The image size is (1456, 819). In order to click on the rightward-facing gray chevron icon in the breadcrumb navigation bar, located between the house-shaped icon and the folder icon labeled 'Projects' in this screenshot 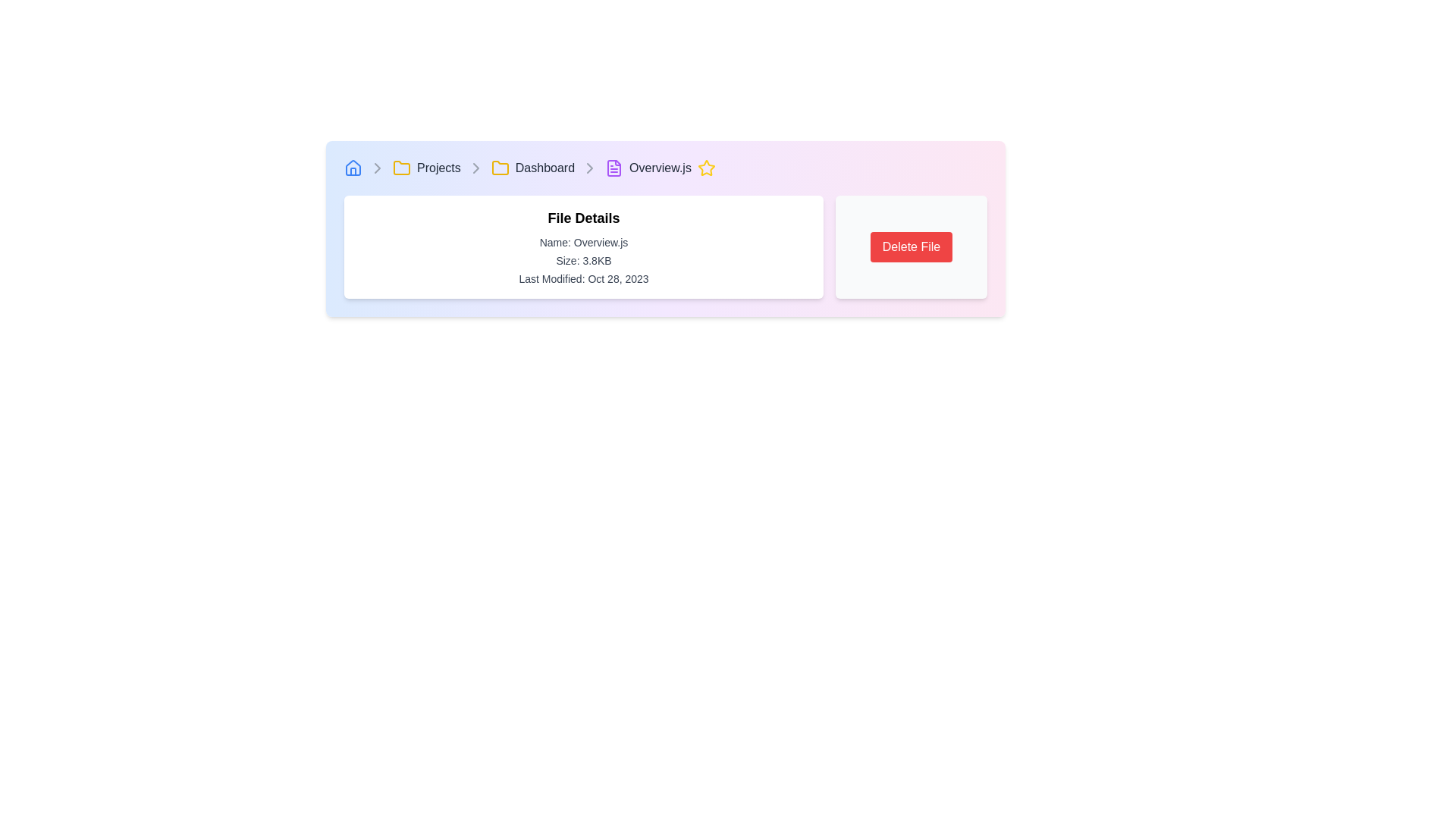, I will do `click(378, 168)`.